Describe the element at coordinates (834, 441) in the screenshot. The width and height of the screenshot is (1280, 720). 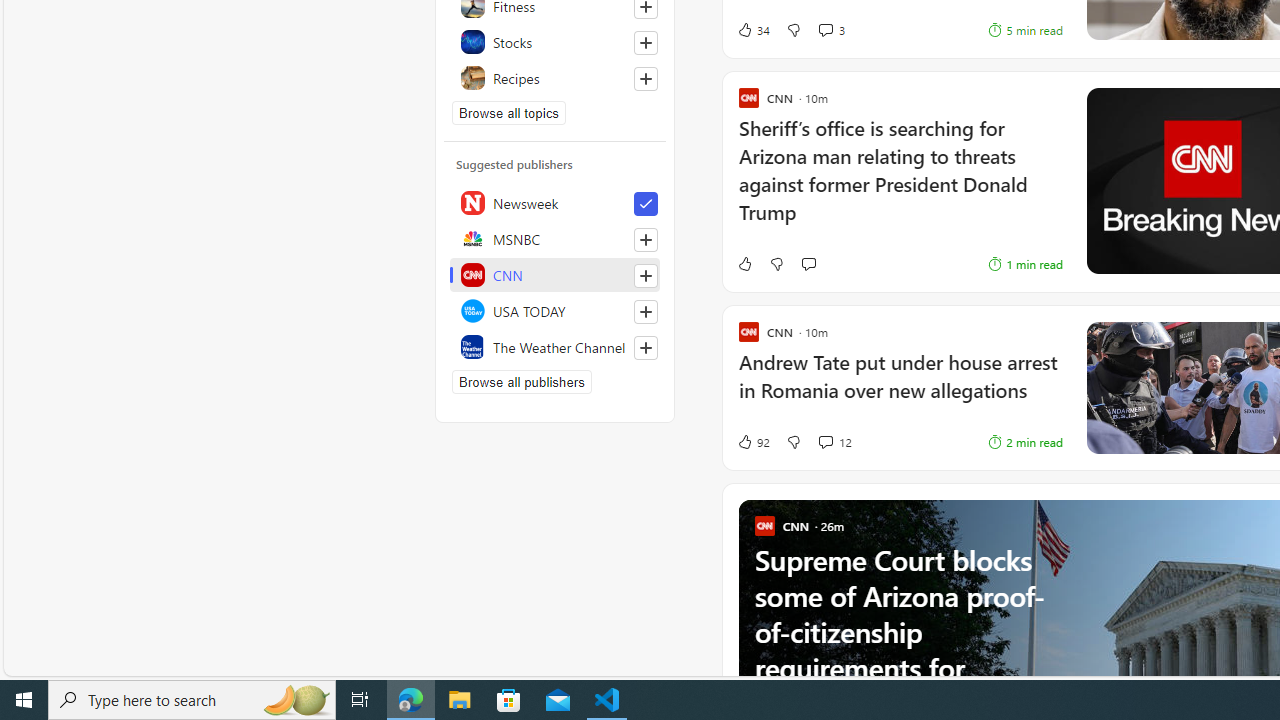
I see `'View comments 12 Comment'` at that location.